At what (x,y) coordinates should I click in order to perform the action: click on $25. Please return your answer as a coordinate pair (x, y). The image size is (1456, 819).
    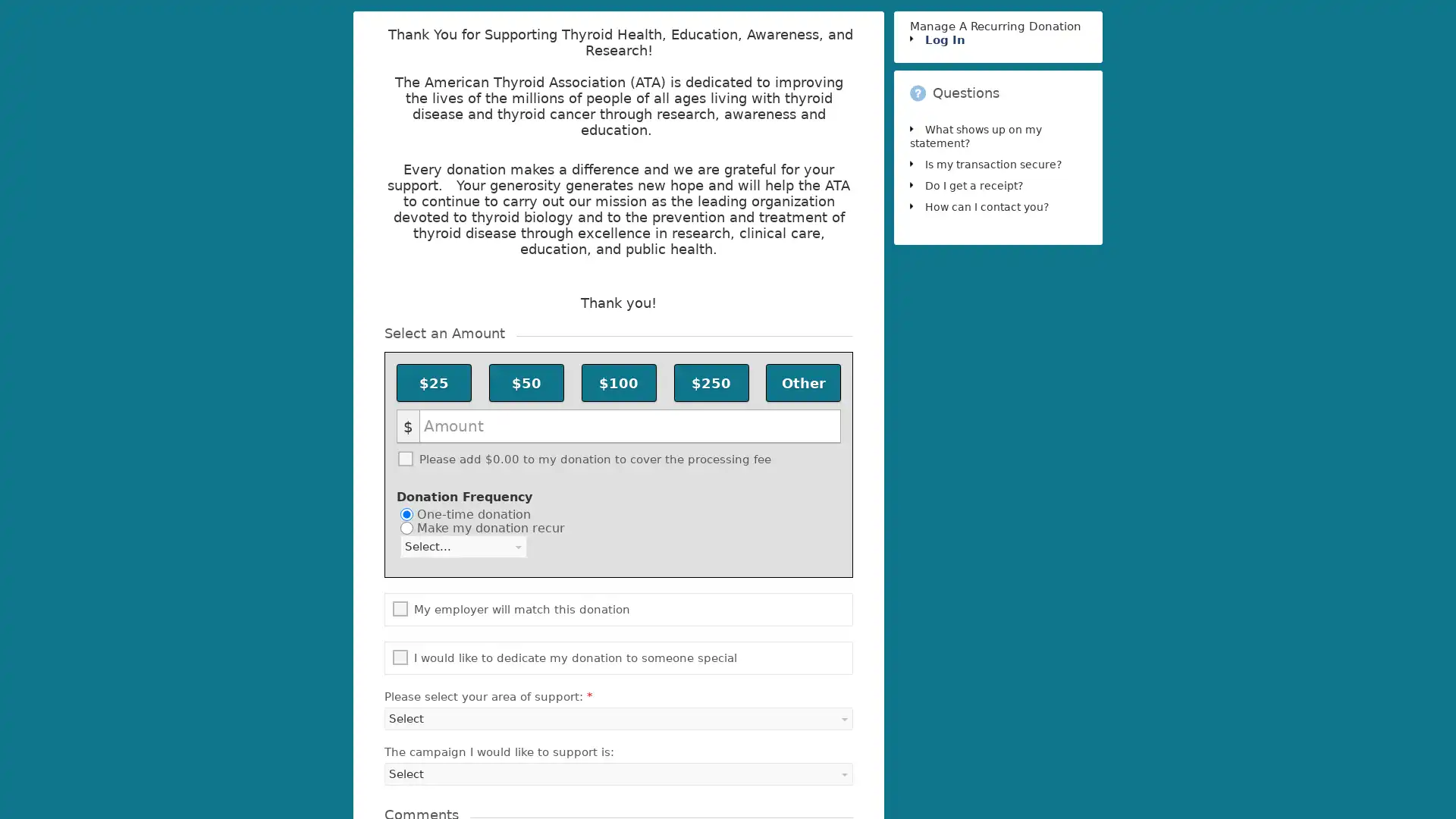
    Looking at the image, I should click on (433, 382).